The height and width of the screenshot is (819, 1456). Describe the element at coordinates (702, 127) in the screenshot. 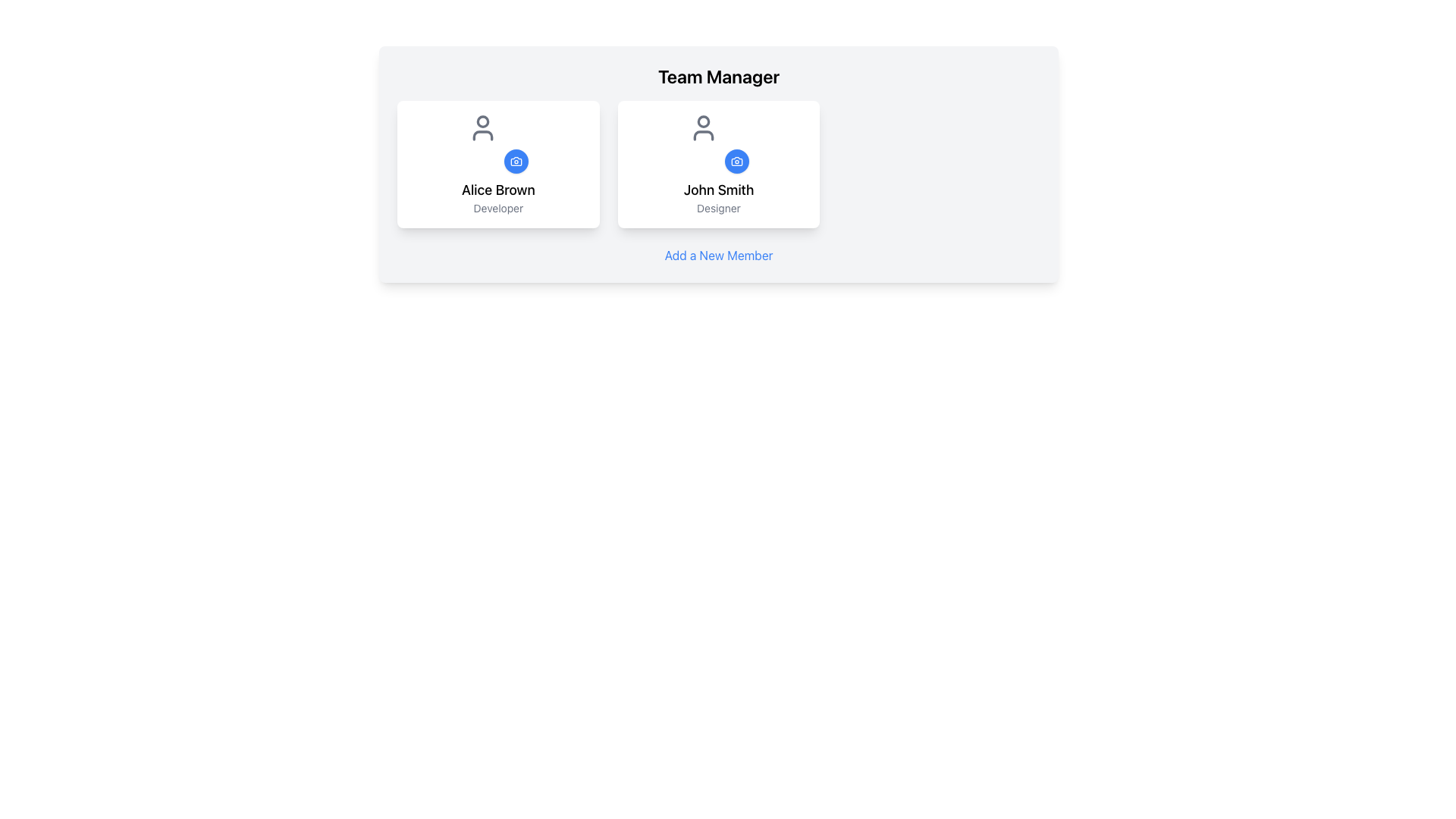

I see `the user profile icon, which is circular and gray, located at the top-center of the 'John Smith - Designer' profile card` at that location.